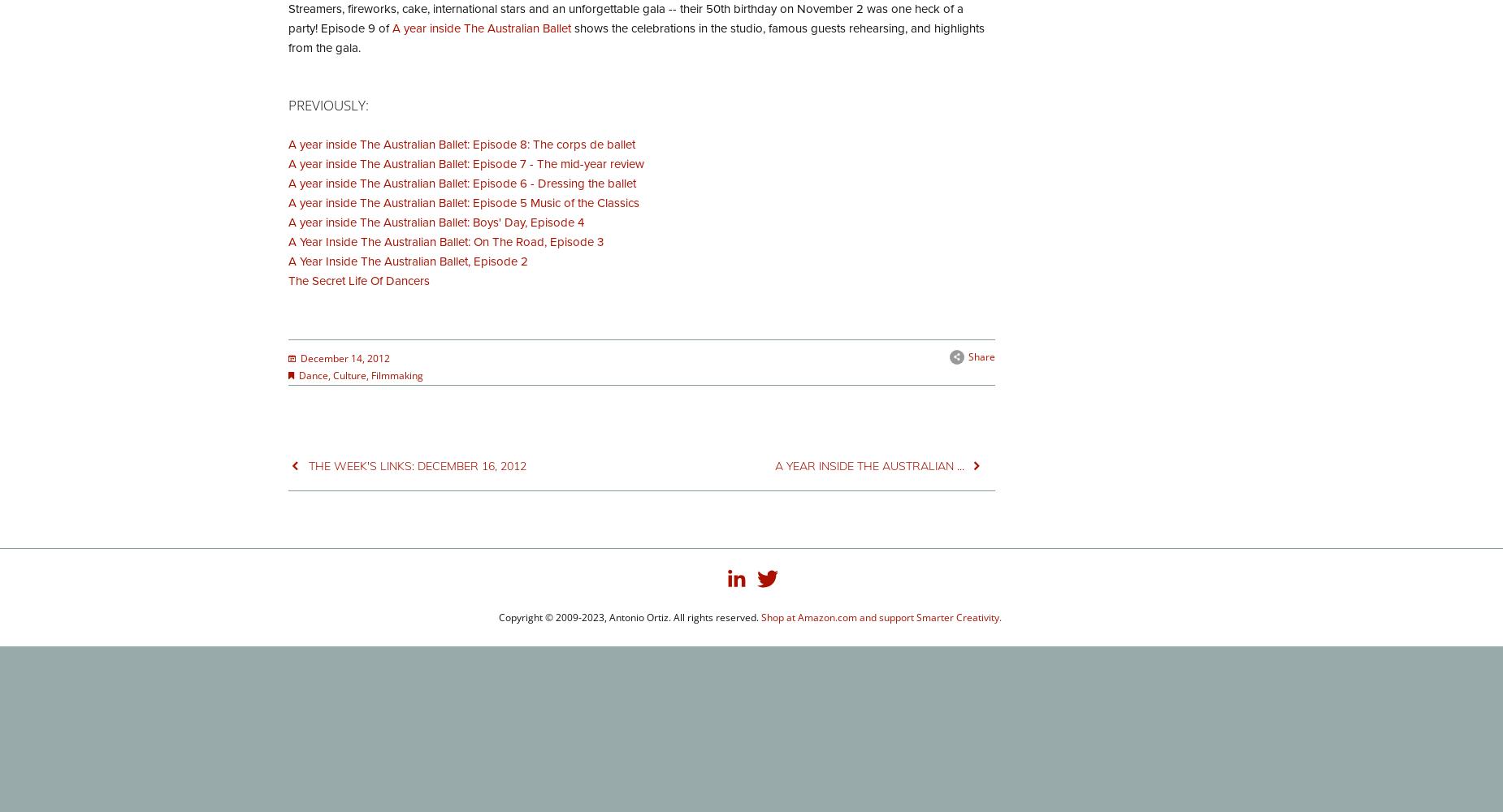  What do you see at coordinates (436, 222) in the screenshot?
I see `'A year inside The Australian Ballet: Boys' Day, Episode 4'` at bounding box center [436, 222].